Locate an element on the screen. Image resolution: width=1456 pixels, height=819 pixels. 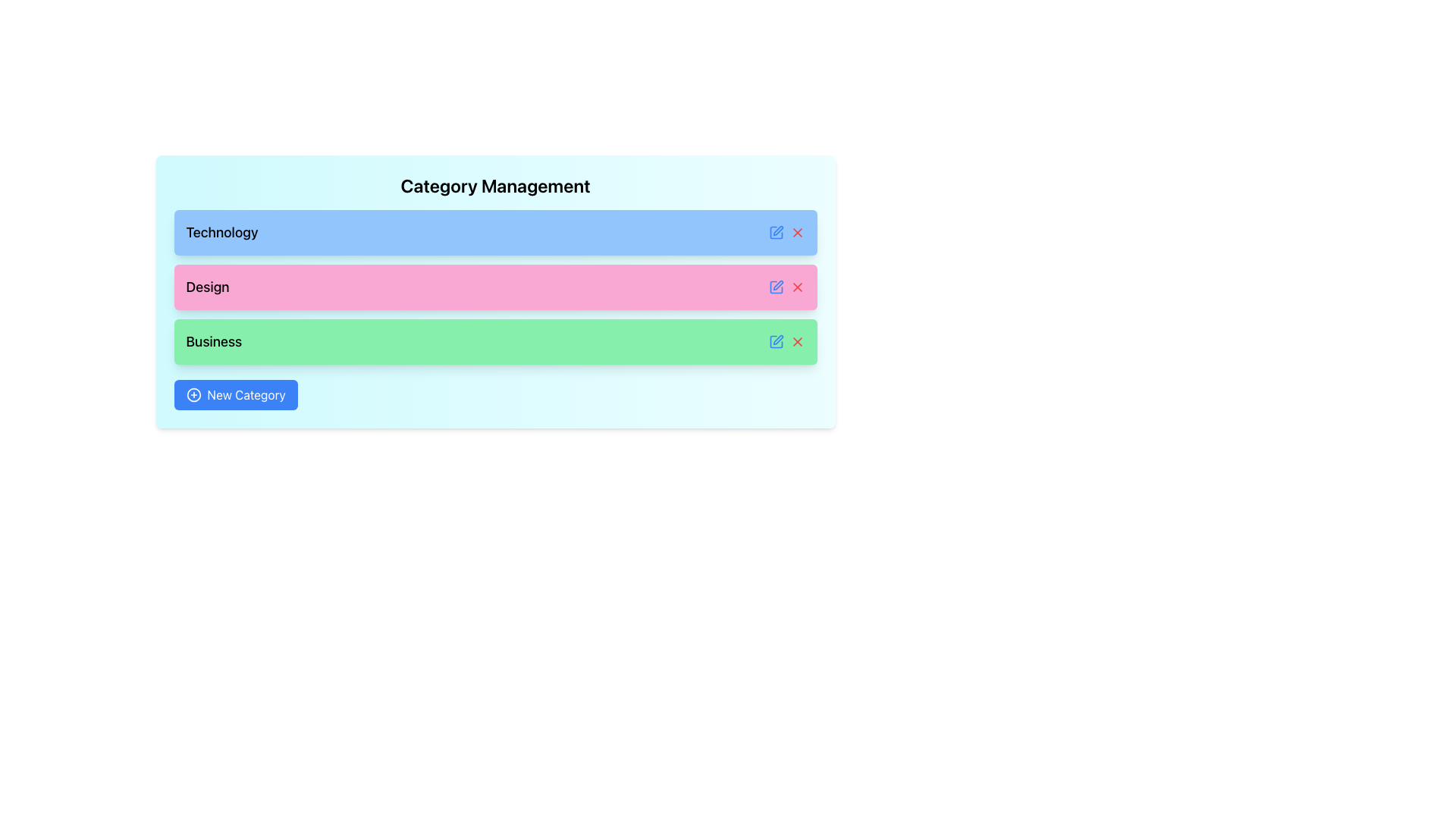
the edit button located to the right of the 'Design' label in the pink section of the second row, to initiate an edit action is located at coordinates (778, 285).